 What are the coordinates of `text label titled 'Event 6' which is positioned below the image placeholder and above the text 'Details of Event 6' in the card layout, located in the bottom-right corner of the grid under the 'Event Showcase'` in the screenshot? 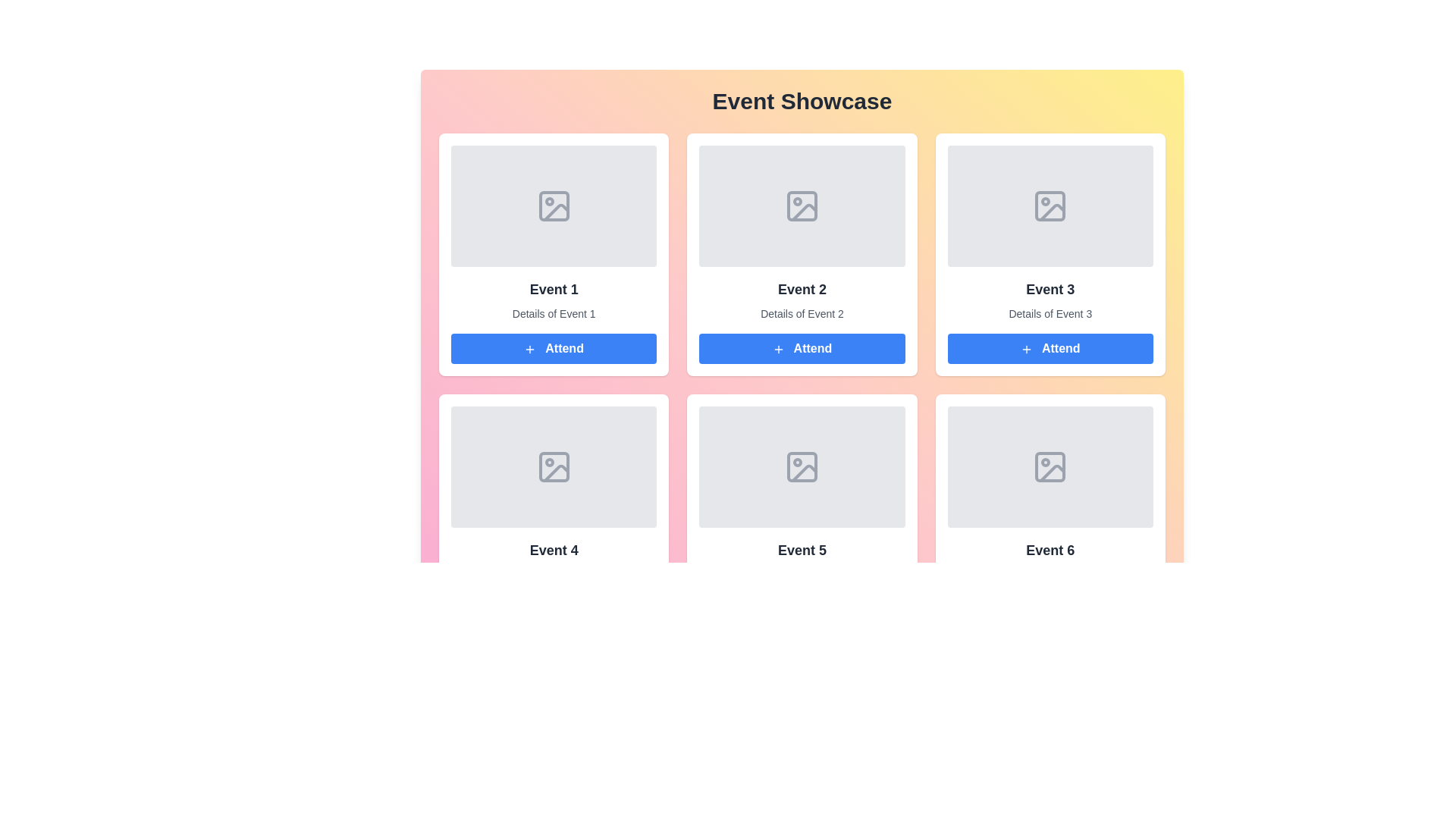 It's located at (1050, 550).